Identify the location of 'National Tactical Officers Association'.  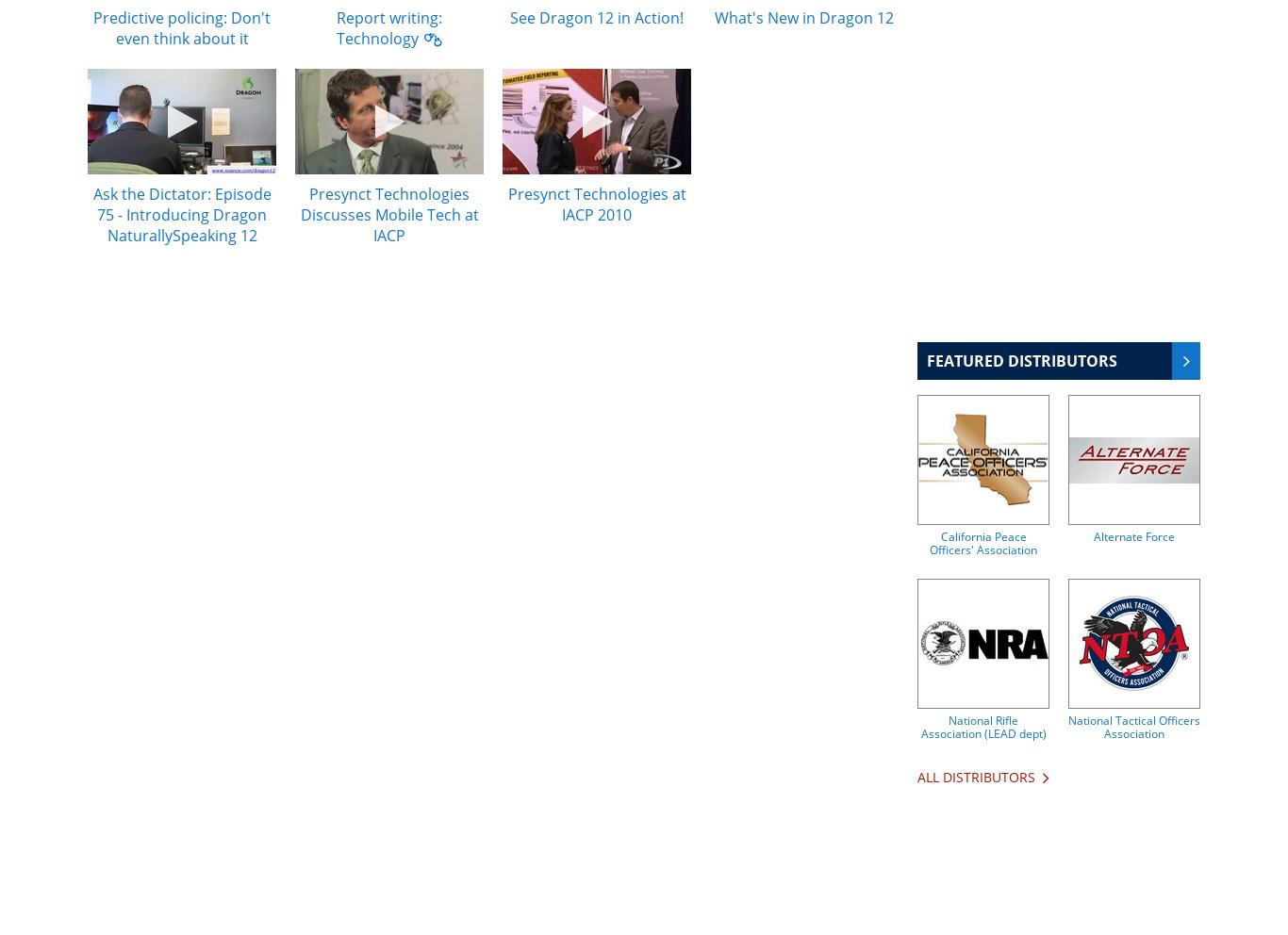
(1134, 725).